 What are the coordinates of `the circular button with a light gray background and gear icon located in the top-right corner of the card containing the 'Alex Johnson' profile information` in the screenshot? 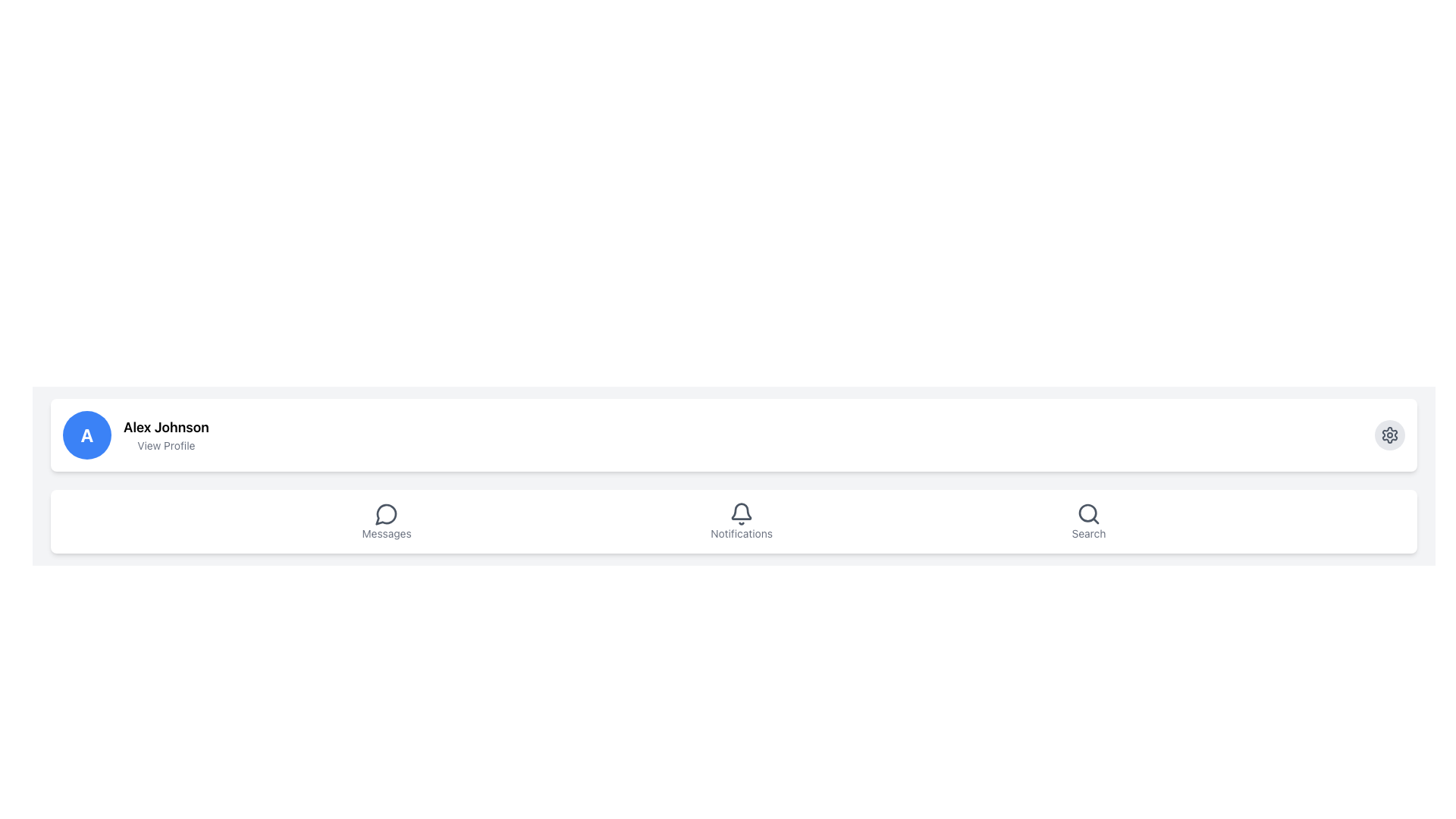 It's located at (1390, 435).